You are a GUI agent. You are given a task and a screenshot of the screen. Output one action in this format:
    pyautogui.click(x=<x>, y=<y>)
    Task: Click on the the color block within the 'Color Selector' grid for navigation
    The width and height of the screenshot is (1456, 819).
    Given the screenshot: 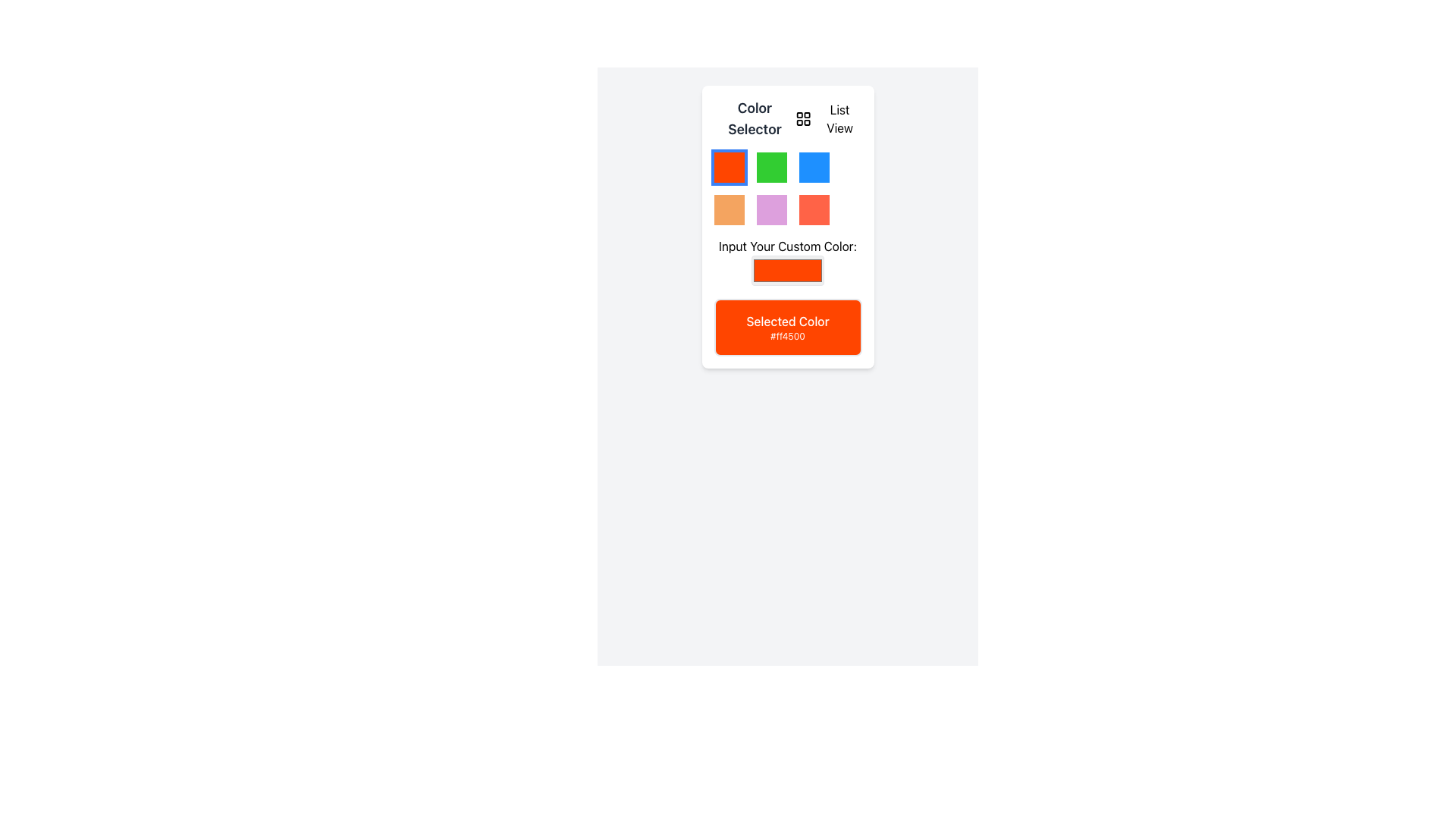 What is the action you would take?
    pyautogui.click(x=787, y=188)
    